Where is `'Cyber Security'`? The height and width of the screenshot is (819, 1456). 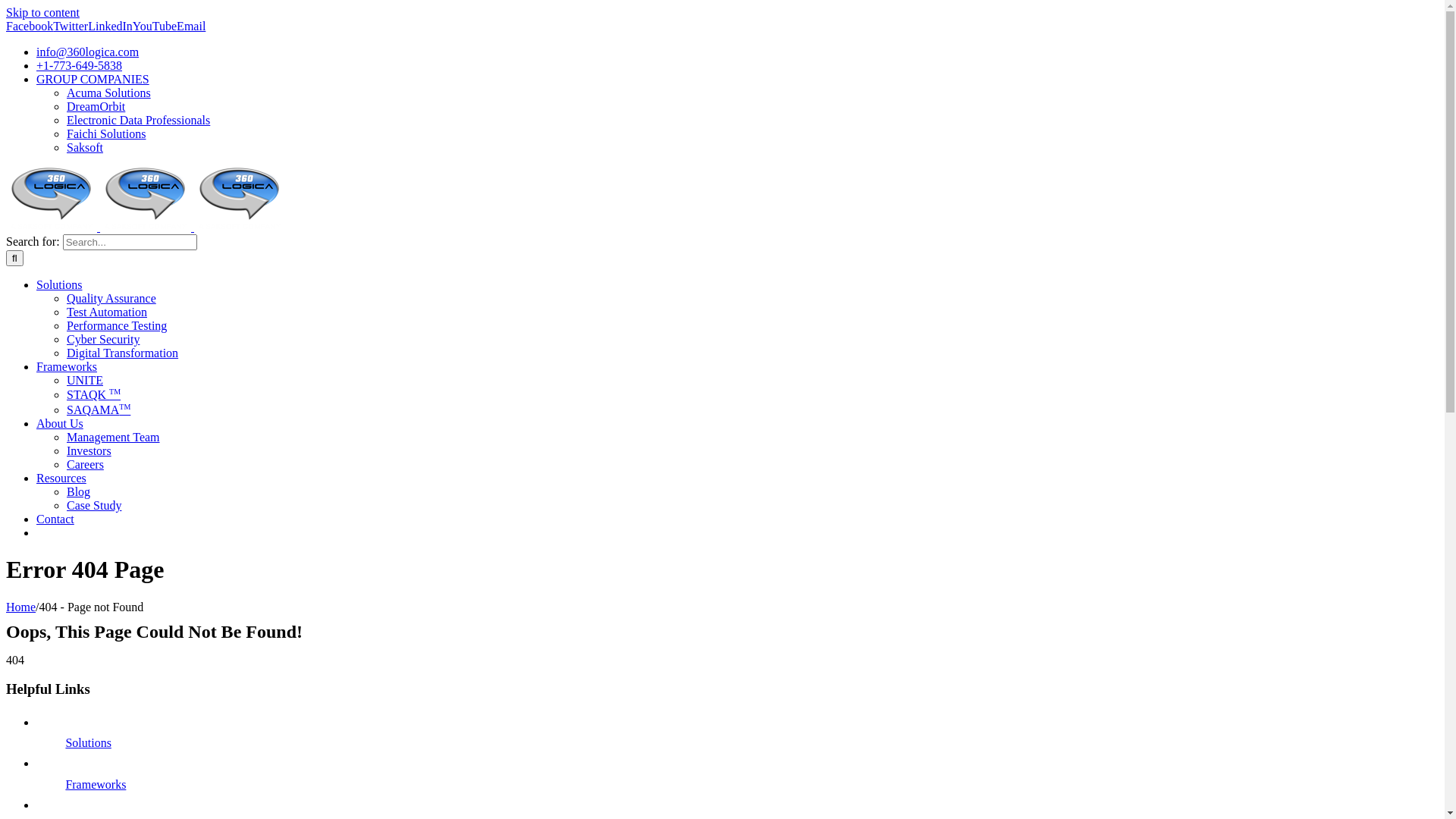
'Cyber Security' is located at coordinates (65, 338).